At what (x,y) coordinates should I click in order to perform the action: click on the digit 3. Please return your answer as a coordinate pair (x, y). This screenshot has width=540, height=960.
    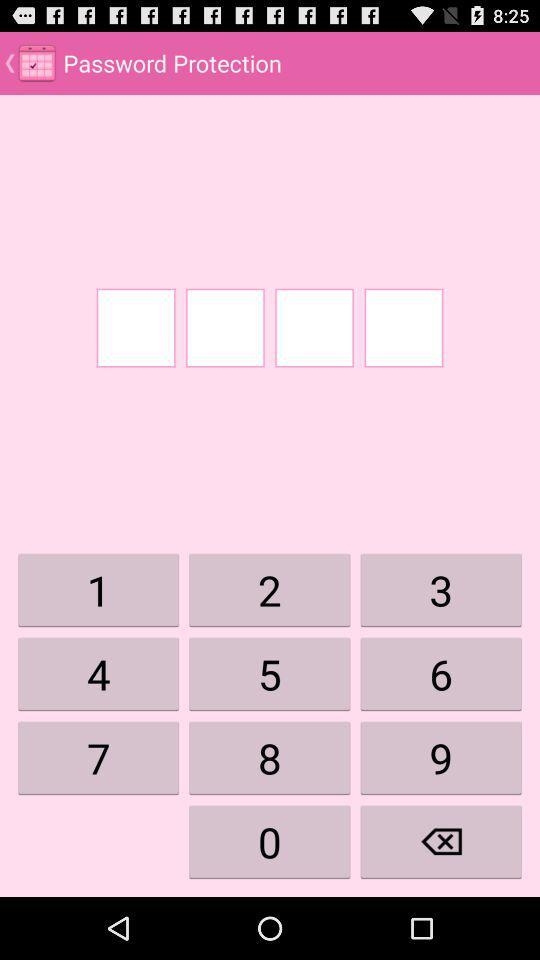
    Looking at the image, I should click on (441, 590).